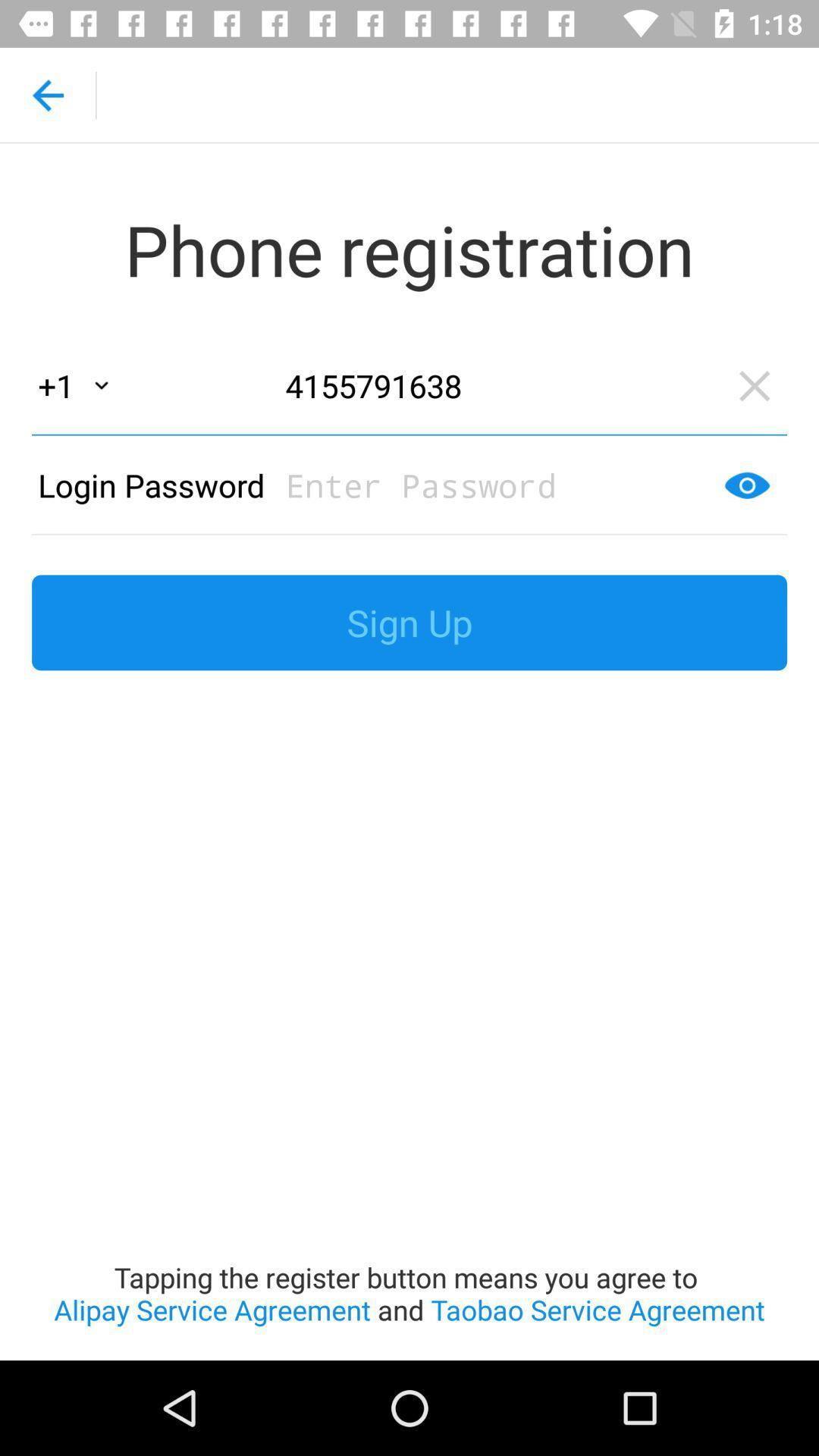 This screenshot has height=1456, width=819. What do you see at coordinates (409, 1025) in the screenshot?
I see `item below sign up icon` at bounding box center [409, 1025].